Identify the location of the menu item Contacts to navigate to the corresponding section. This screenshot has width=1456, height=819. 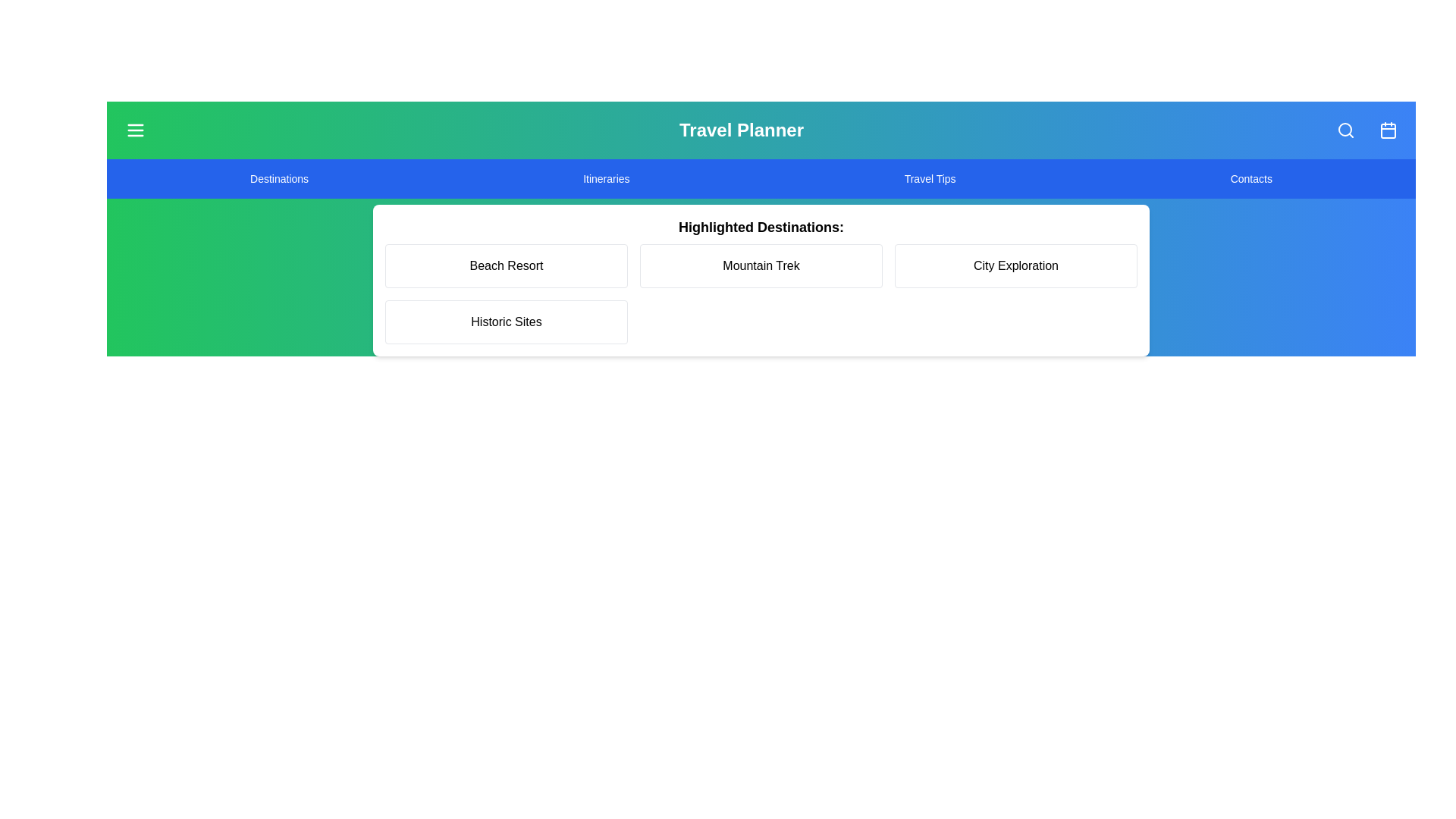
(1251, 177).